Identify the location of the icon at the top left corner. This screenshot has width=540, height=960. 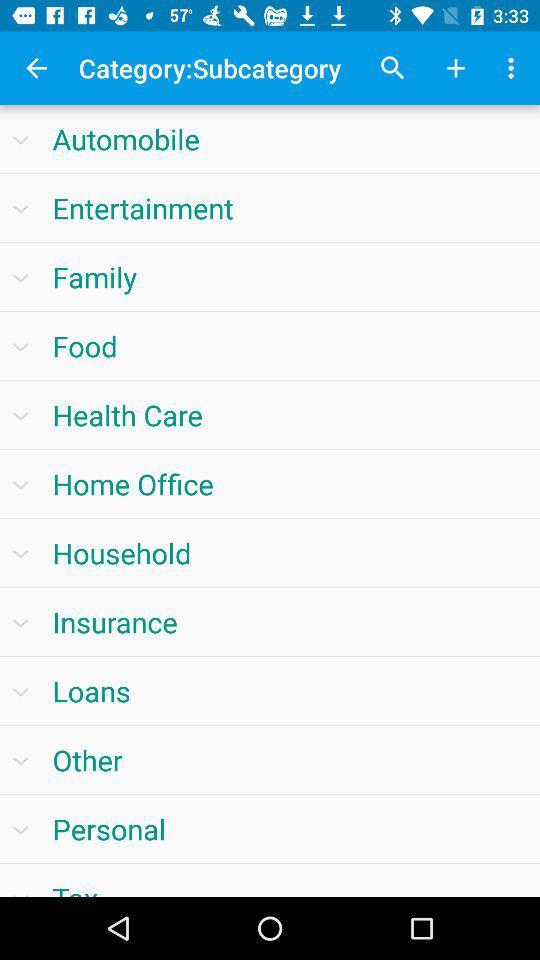
(36, 68).